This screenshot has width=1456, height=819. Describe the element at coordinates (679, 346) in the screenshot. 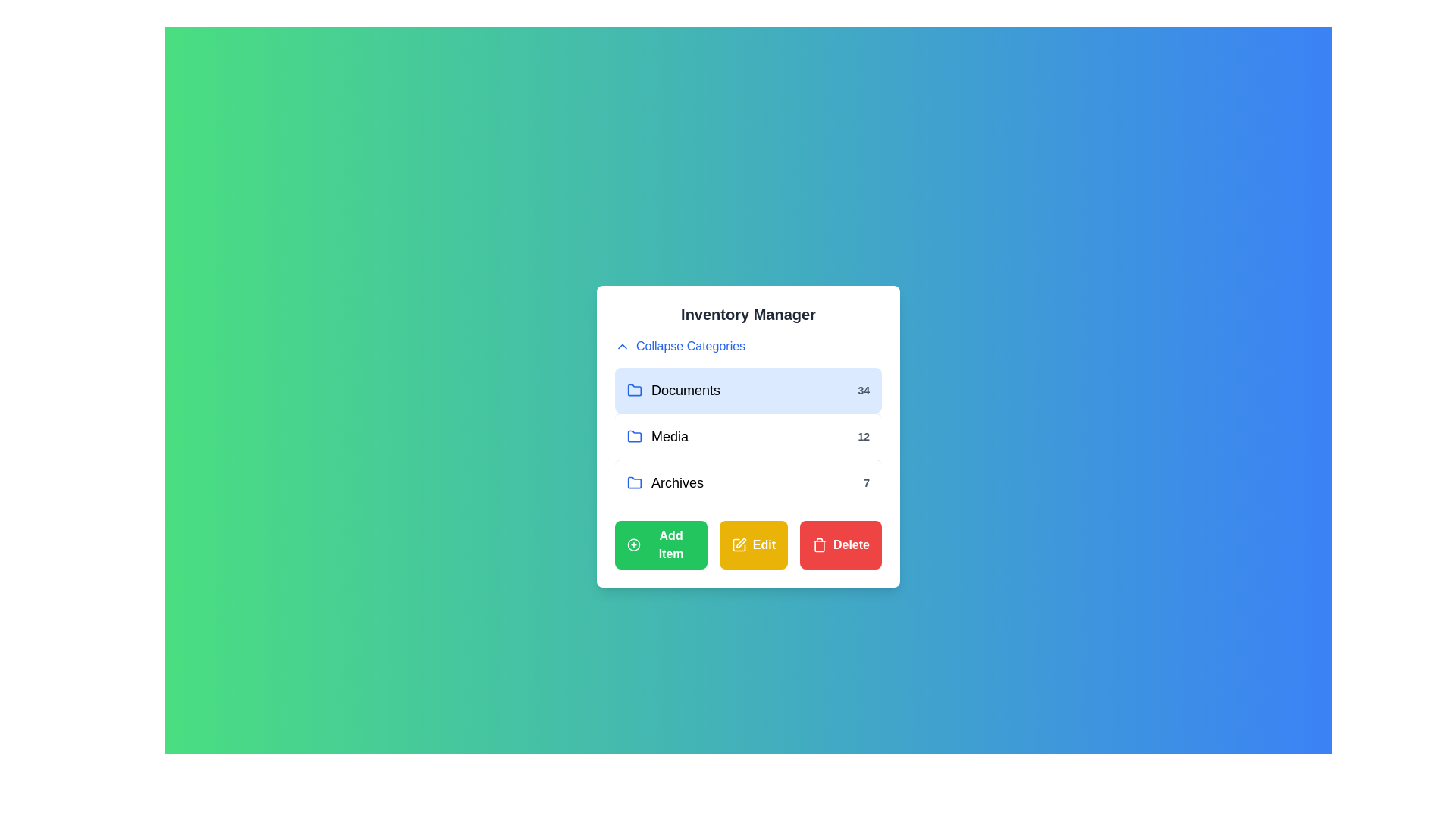

I see `the 'Collapse Categories' button to toggle the visibility of the category list` at that location.